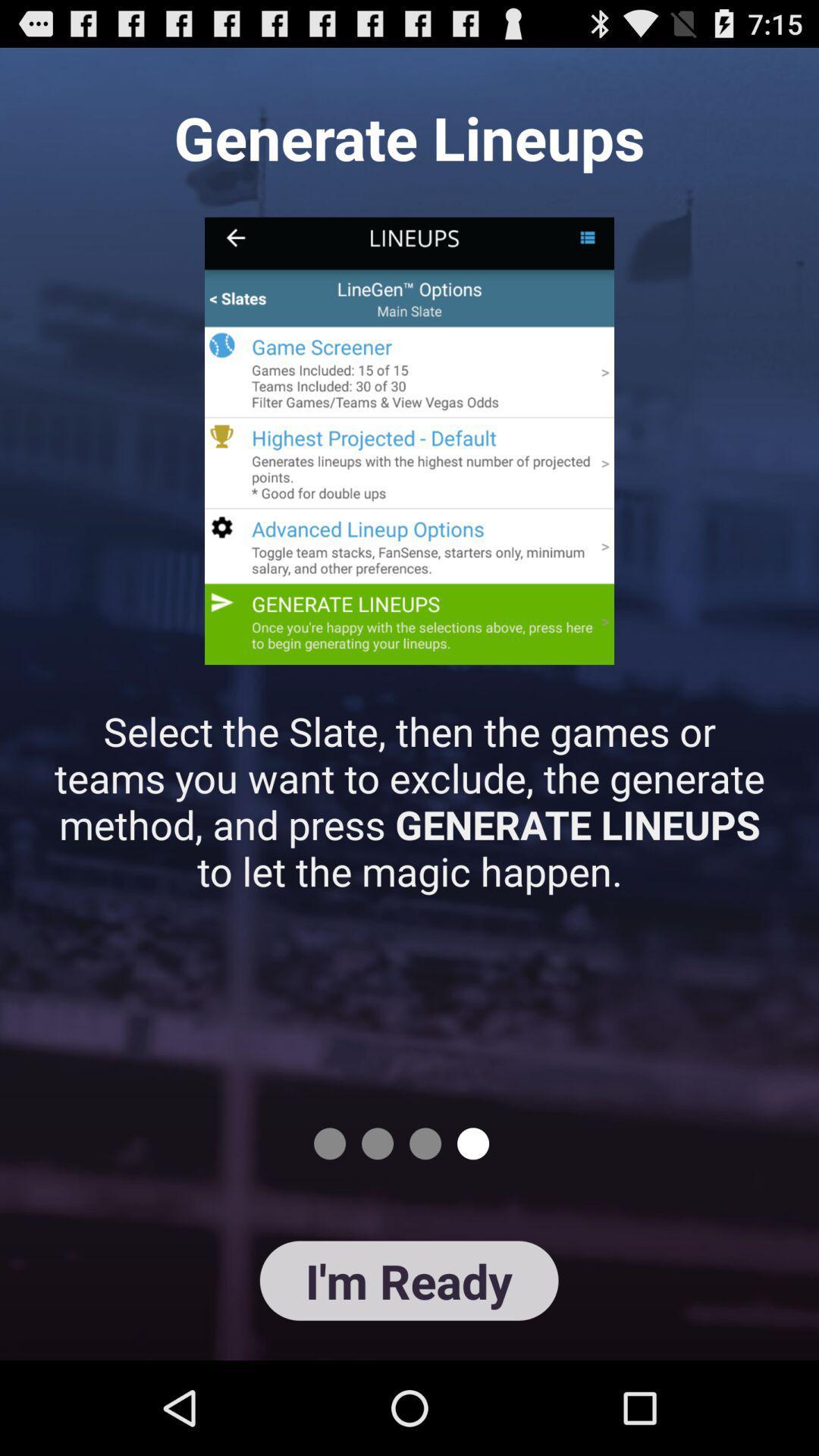 This screenshot has height=1456, width=819. I want to click on the i'm ready button, so click(408, 1280).